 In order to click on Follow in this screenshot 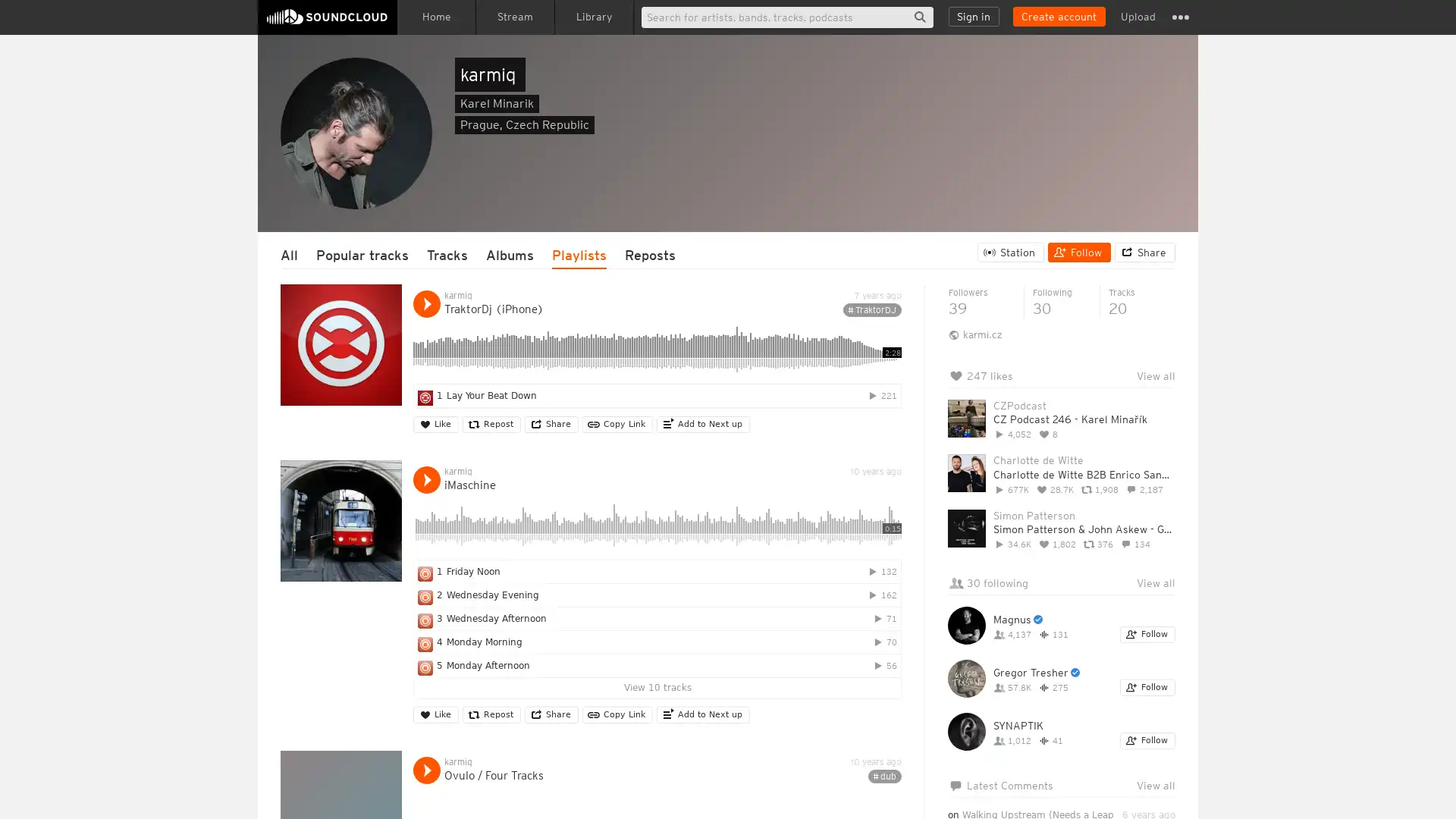, I will do `click(1147, 687)`.